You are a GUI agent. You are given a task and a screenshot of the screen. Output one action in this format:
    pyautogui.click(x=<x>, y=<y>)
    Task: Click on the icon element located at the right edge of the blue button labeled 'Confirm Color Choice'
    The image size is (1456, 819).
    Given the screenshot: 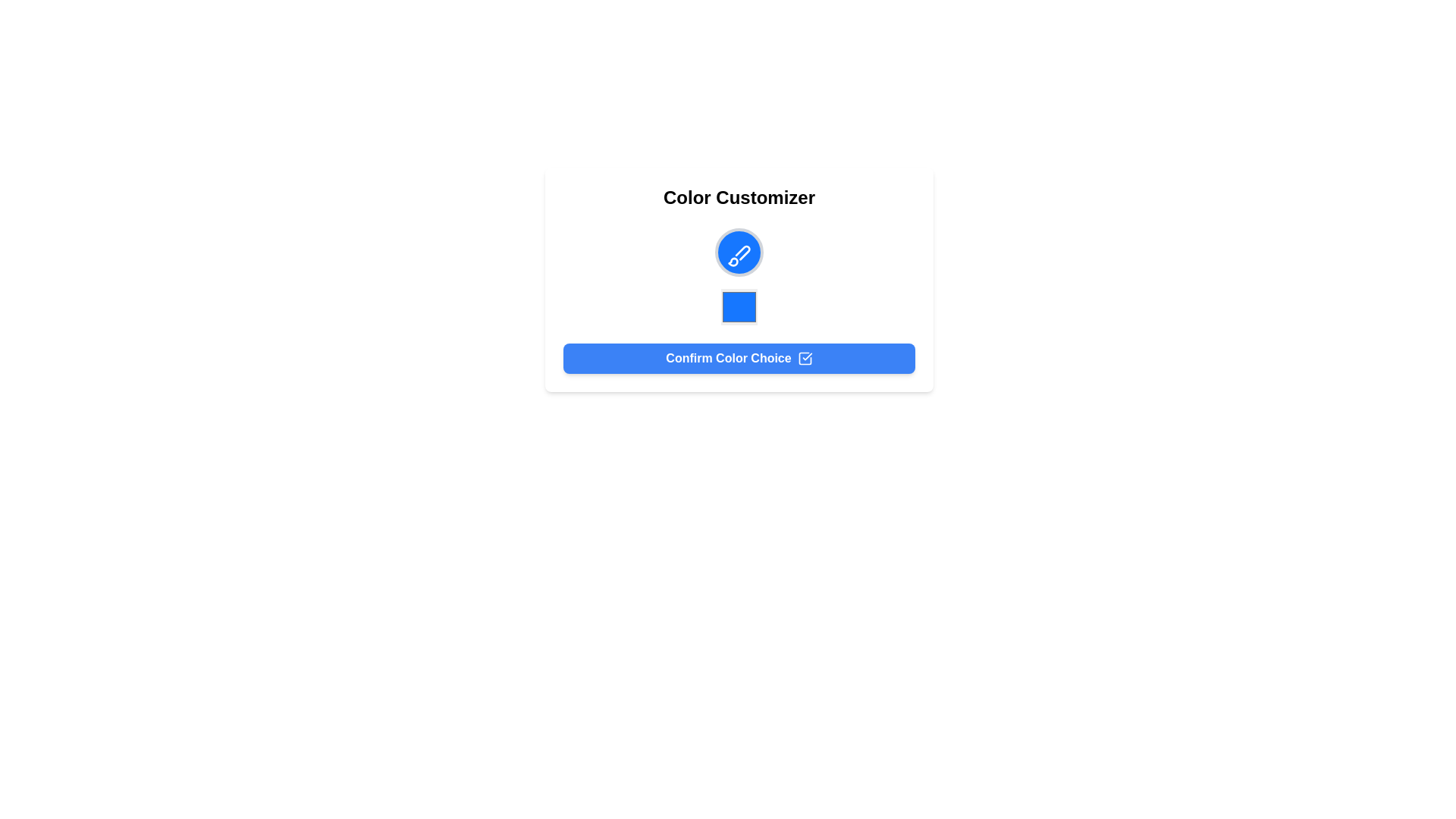 What is the action you would take?
    pyautogui.click(x=804, y=359)
    